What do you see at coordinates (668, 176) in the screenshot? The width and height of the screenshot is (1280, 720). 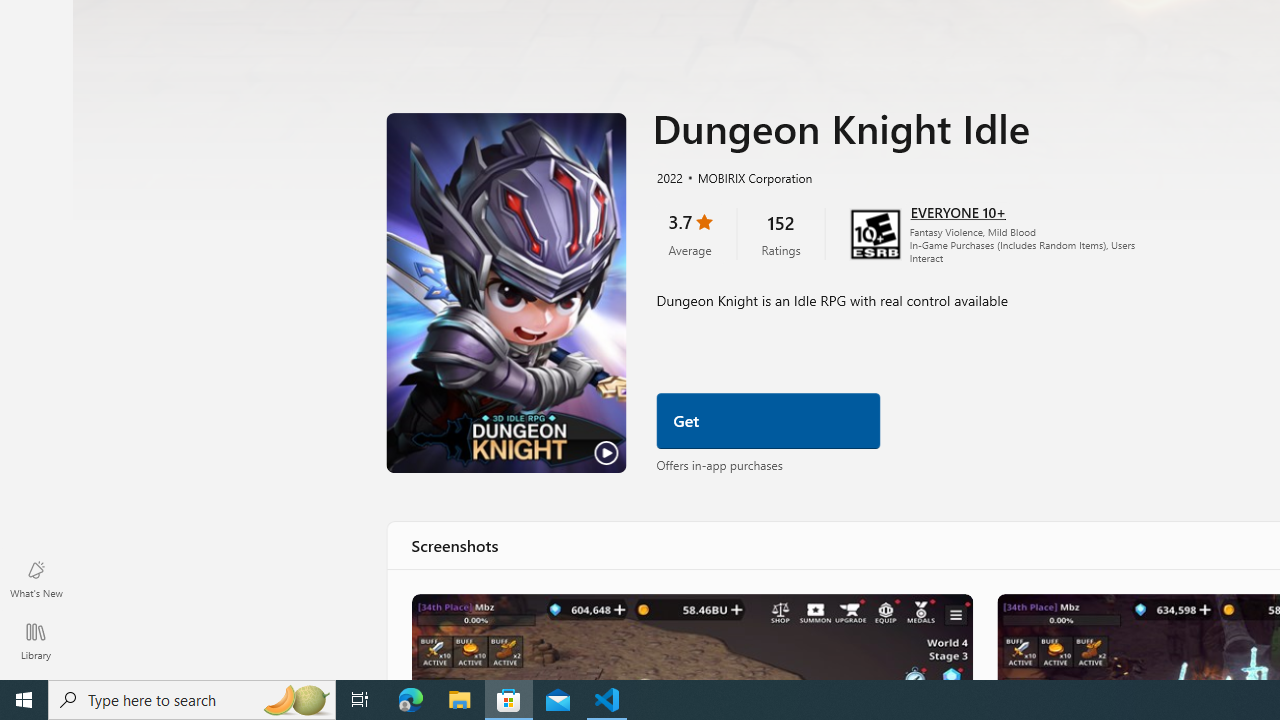 I see `'2022'` at bounding box center [668, 176].